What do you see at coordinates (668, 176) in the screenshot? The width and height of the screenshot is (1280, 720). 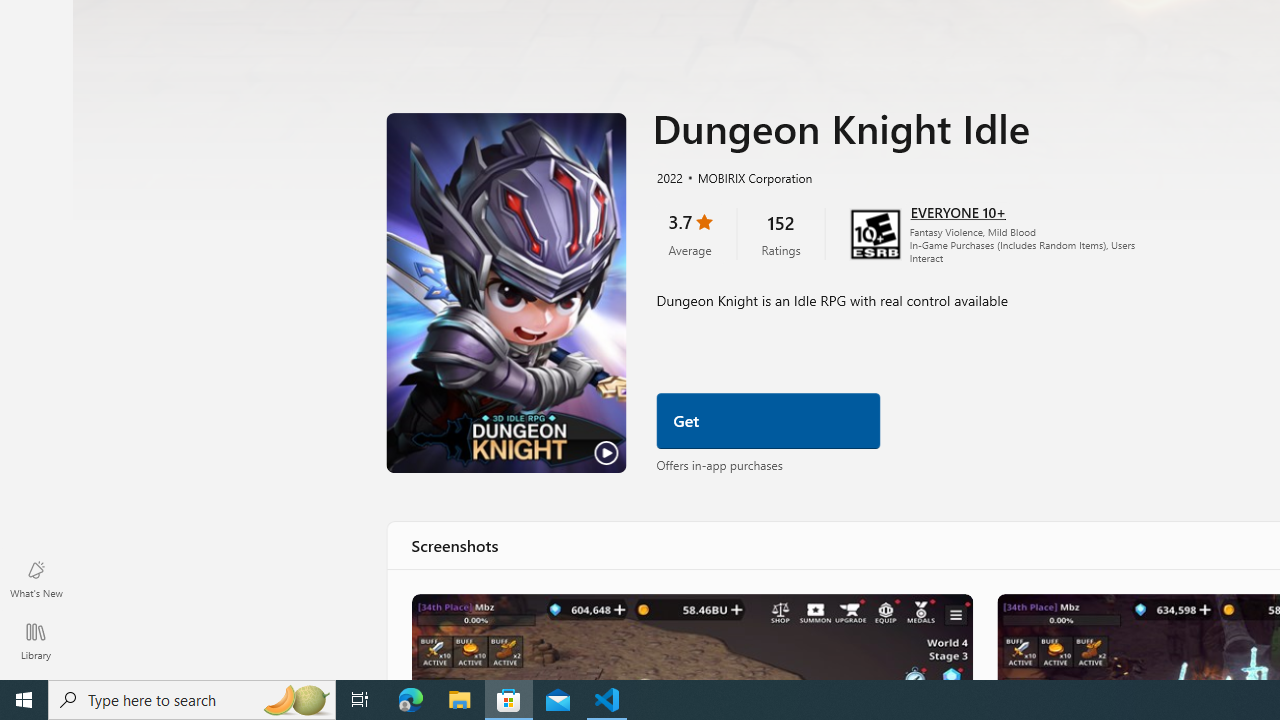 I see `'2022'` at bounding box center [668, 176].